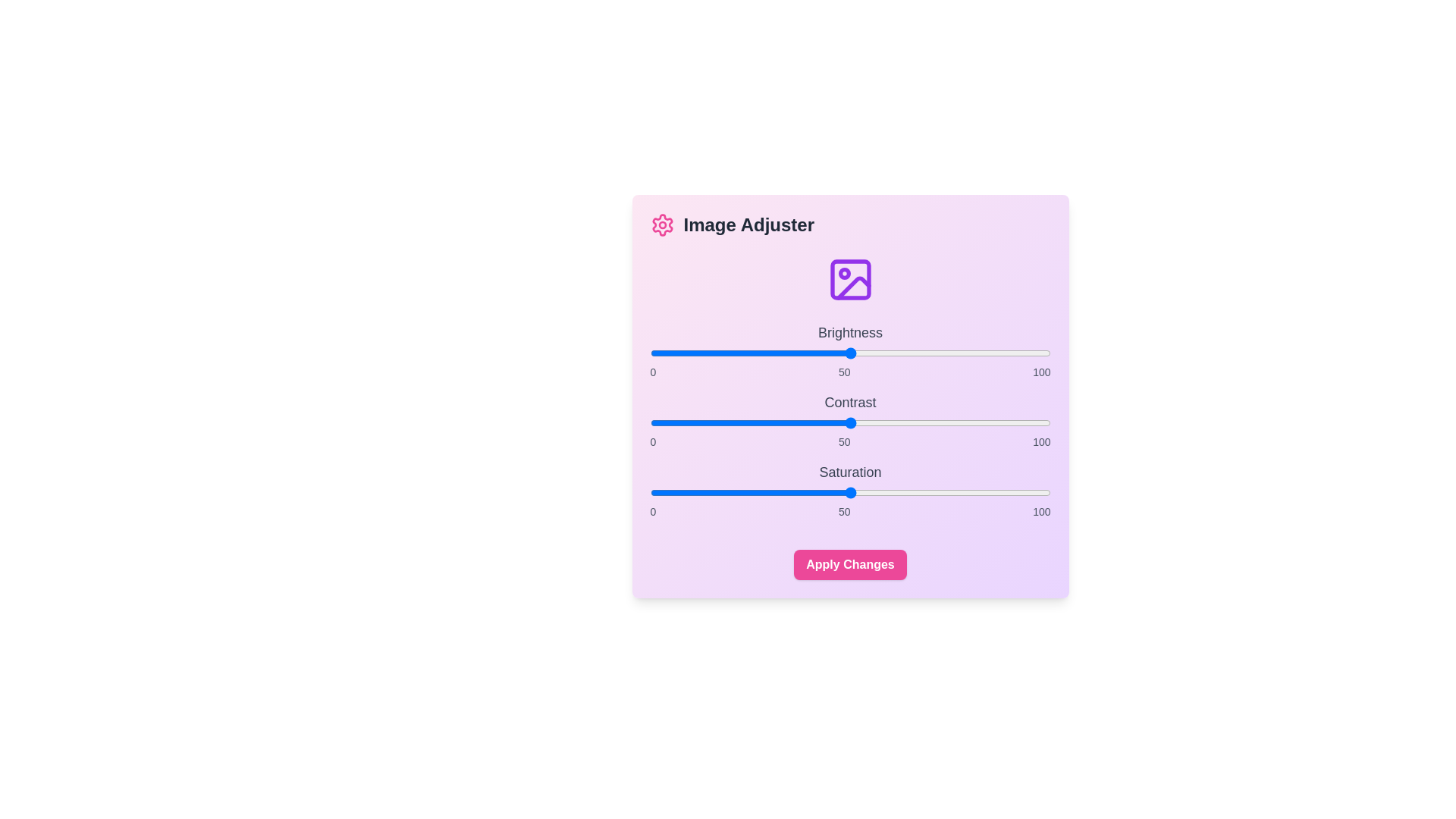 This screenshot has height=819, width=1456. I want to click on the brightness slider to 53 value, so click(862, 353).